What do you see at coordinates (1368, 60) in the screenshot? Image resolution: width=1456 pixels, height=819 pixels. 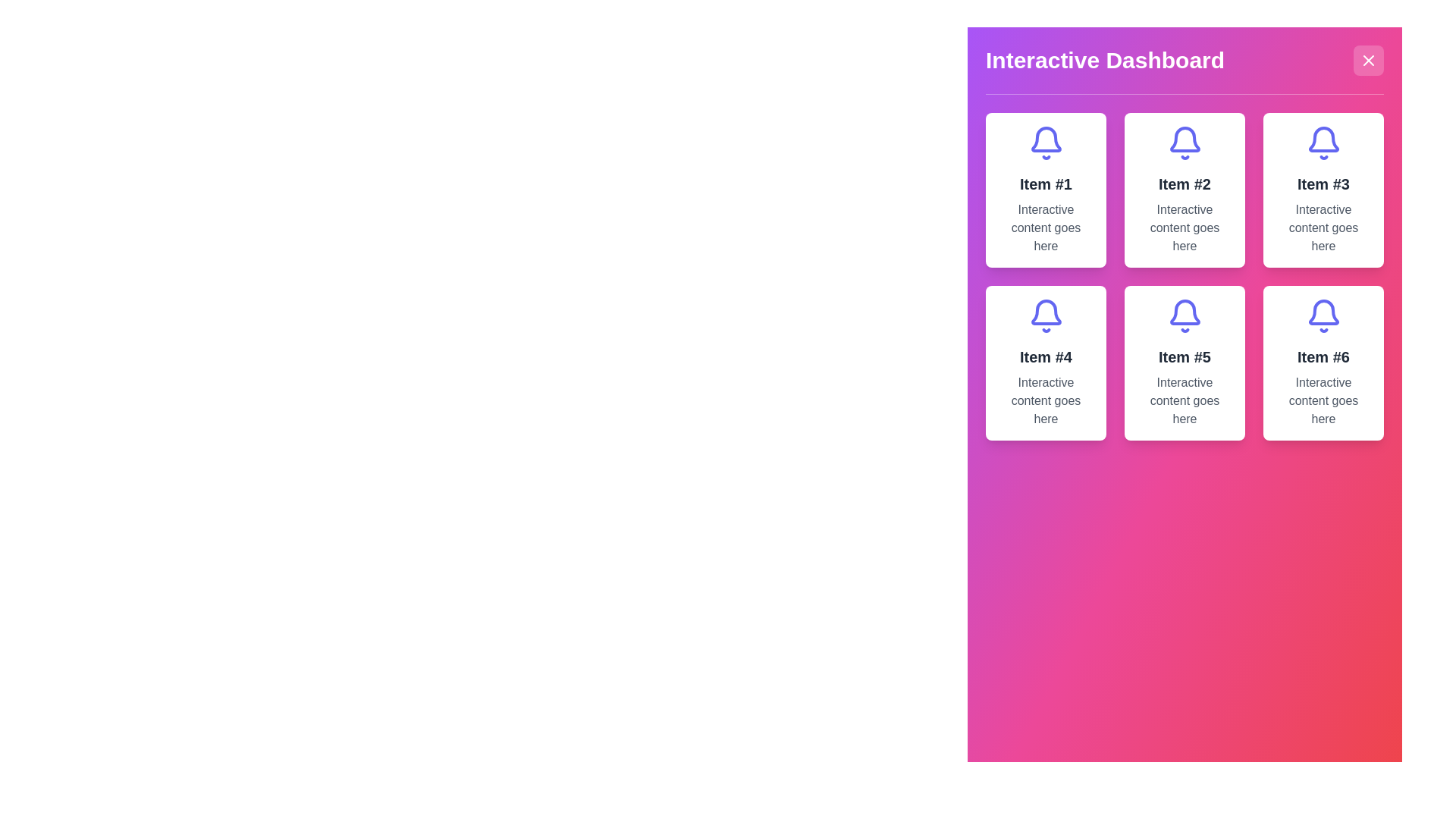 I see `the close button icon located in the upper-right corner of the 'Interactive Dashboard', which is represented by an 'X' shape with a bold outline` at bounding box center [1368, 60].